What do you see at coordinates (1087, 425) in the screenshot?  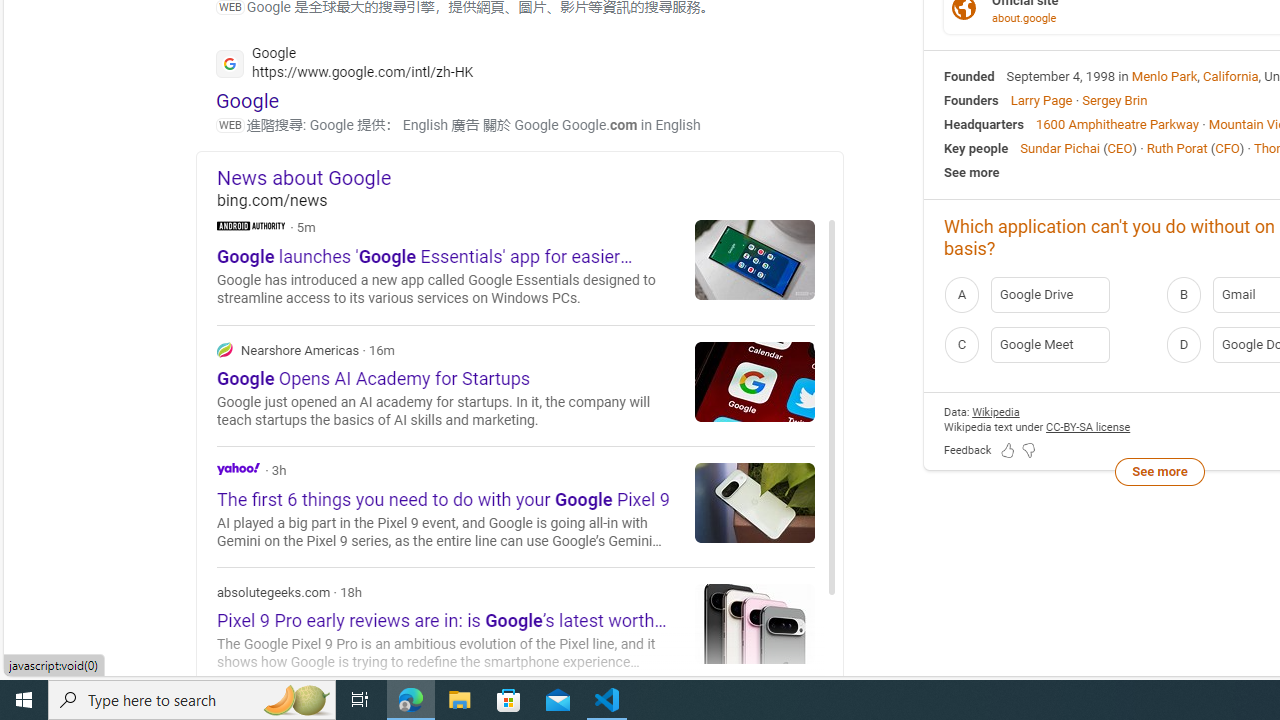 I see `'CC-BY-SA license'` at bounding box center [1087, 425].